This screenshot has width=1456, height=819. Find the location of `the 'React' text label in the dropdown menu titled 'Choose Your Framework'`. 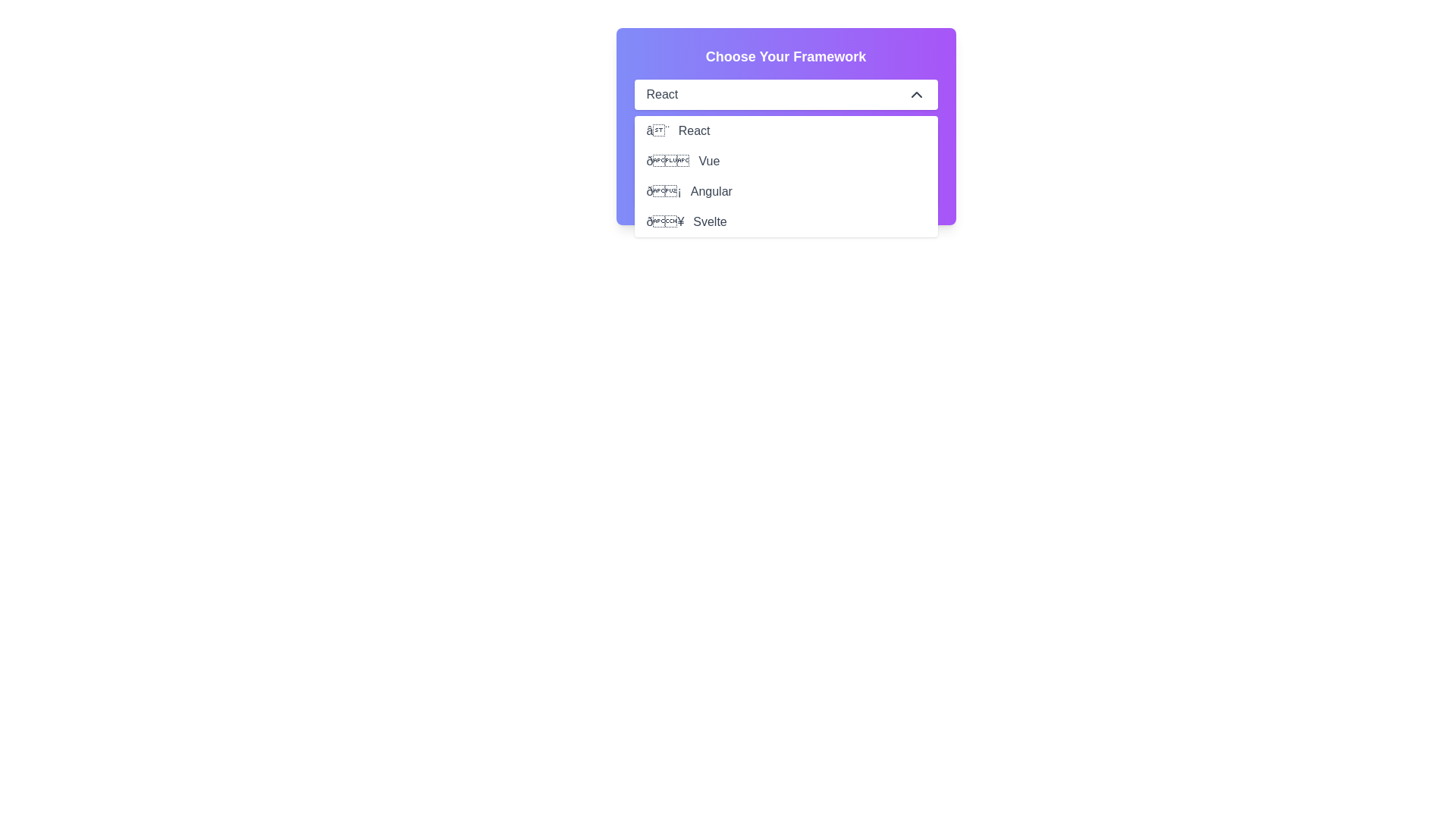

the 'React' text label in the dropdown menu titled 'Choose Your Framework' is located at coordinates (662, 94).